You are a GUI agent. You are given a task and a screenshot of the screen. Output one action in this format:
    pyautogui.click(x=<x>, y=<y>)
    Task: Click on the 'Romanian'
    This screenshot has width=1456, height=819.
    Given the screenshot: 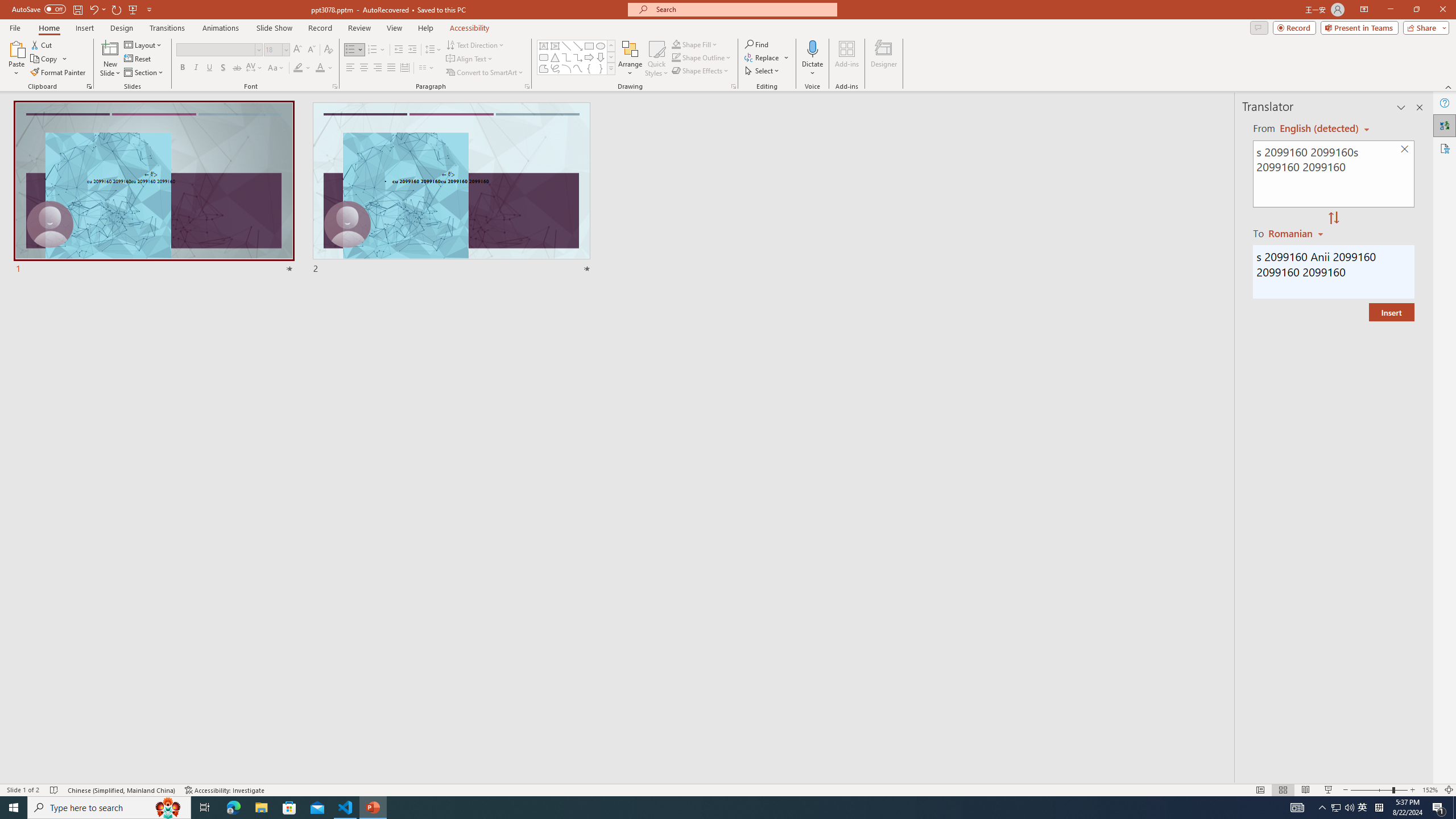 What is the action you would take?
    pyautogui.click(x=1296, y=233)
    